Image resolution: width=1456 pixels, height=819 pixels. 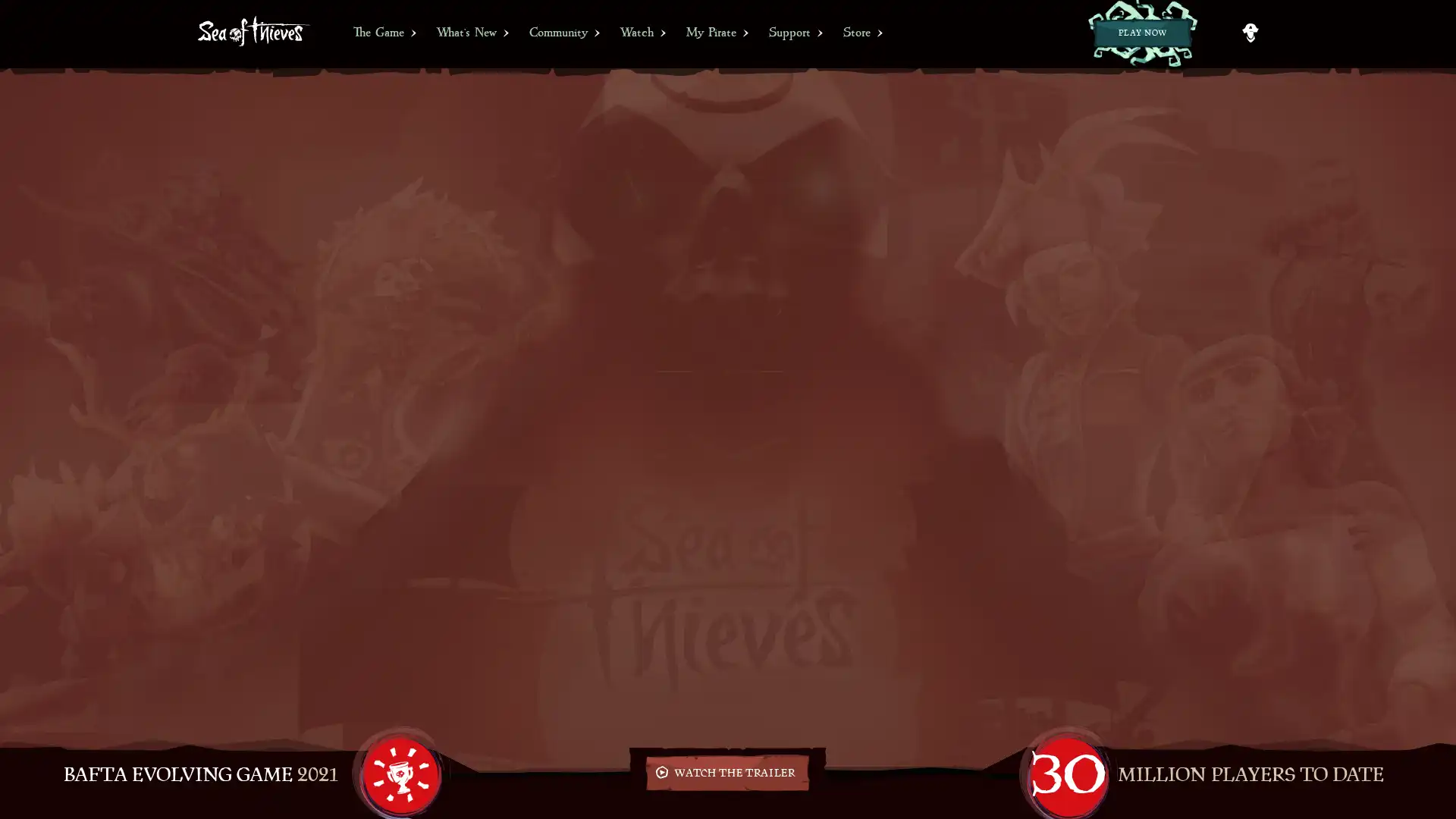 What do you see at coordinates (11, 6) in the screenshot?
I see `Skip To Content` at bounding box center [11, 6].